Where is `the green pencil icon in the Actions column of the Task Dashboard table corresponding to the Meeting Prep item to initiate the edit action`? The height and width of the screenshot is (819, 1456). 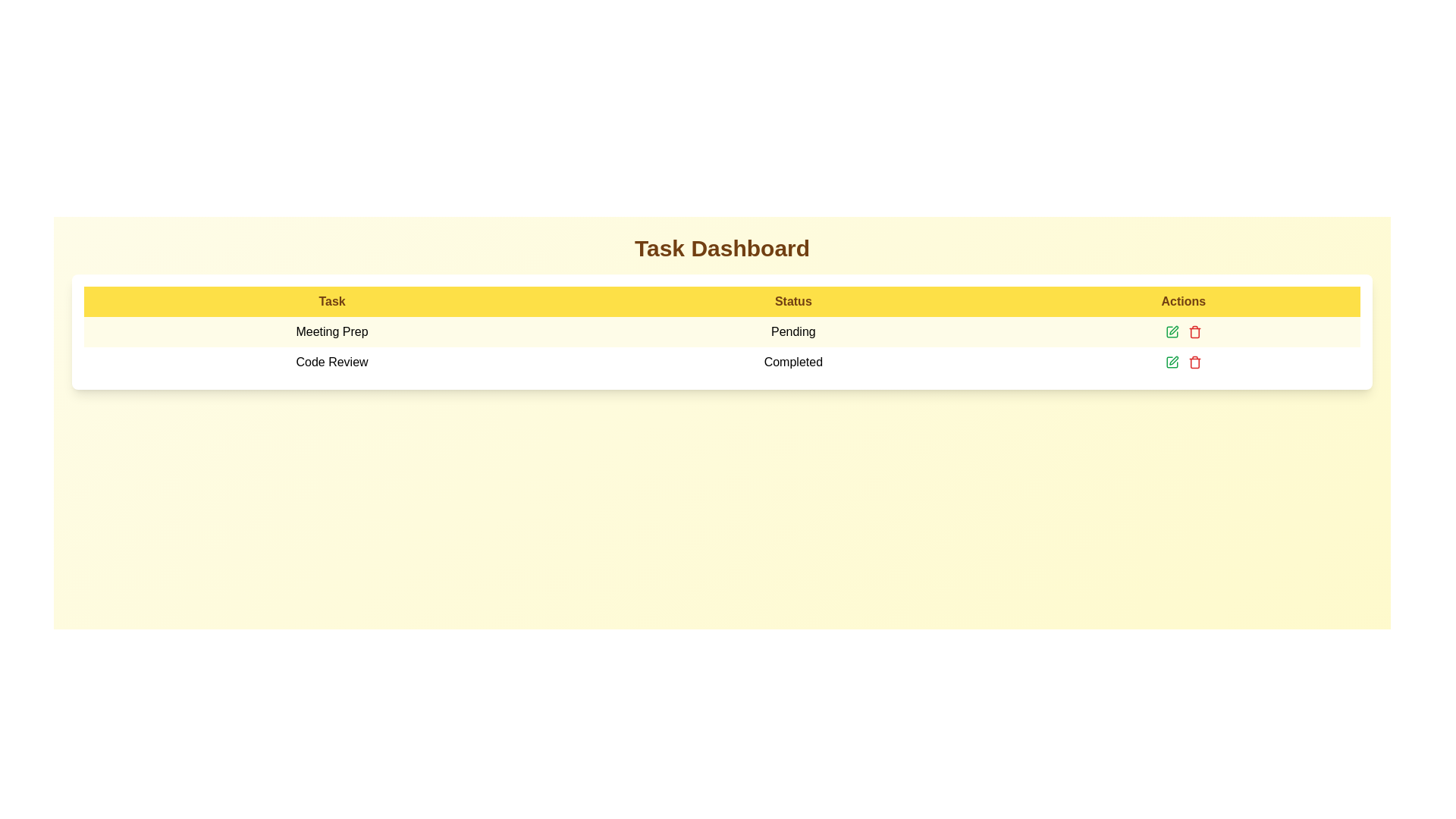 the green pencil icon in the Actions column of the Task Dashboard table corresponding to the Meeting Prep item to initiate the edit action is located at coordinates (1182, 331).